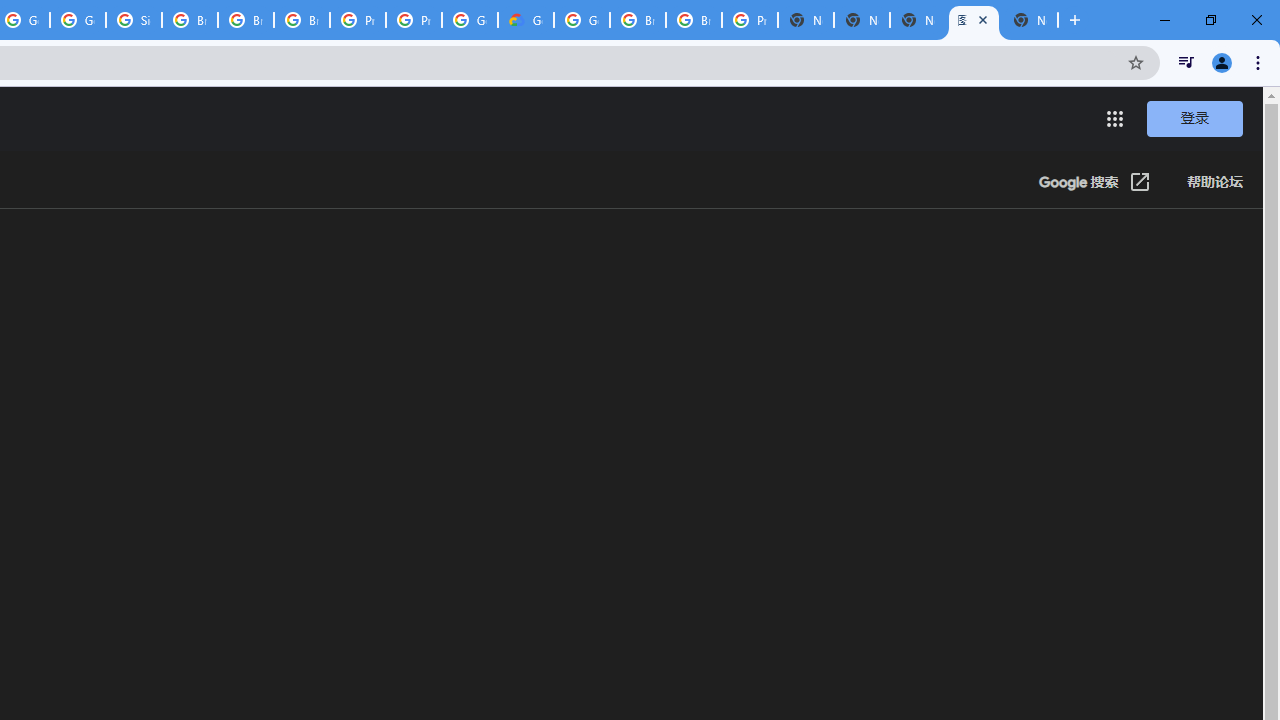 The height and width of the screenshot is (720, 1280). Describe the element at coordinates (1030, 20) in the screenshot. I see `'New Tab'` at that location.